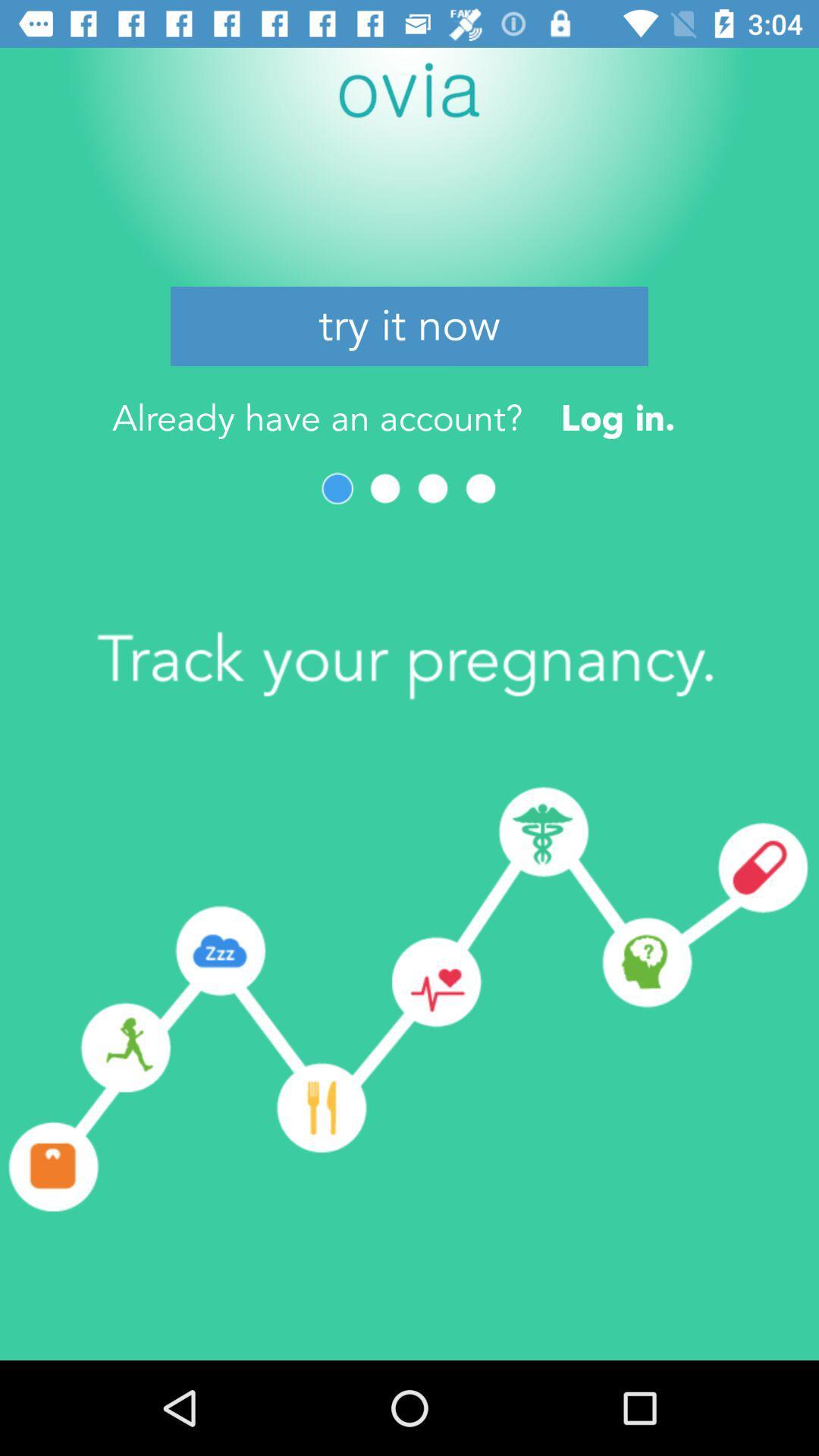 This screenshot has width=819, height=1456. I want to click on screen 4, so click(481, 488).